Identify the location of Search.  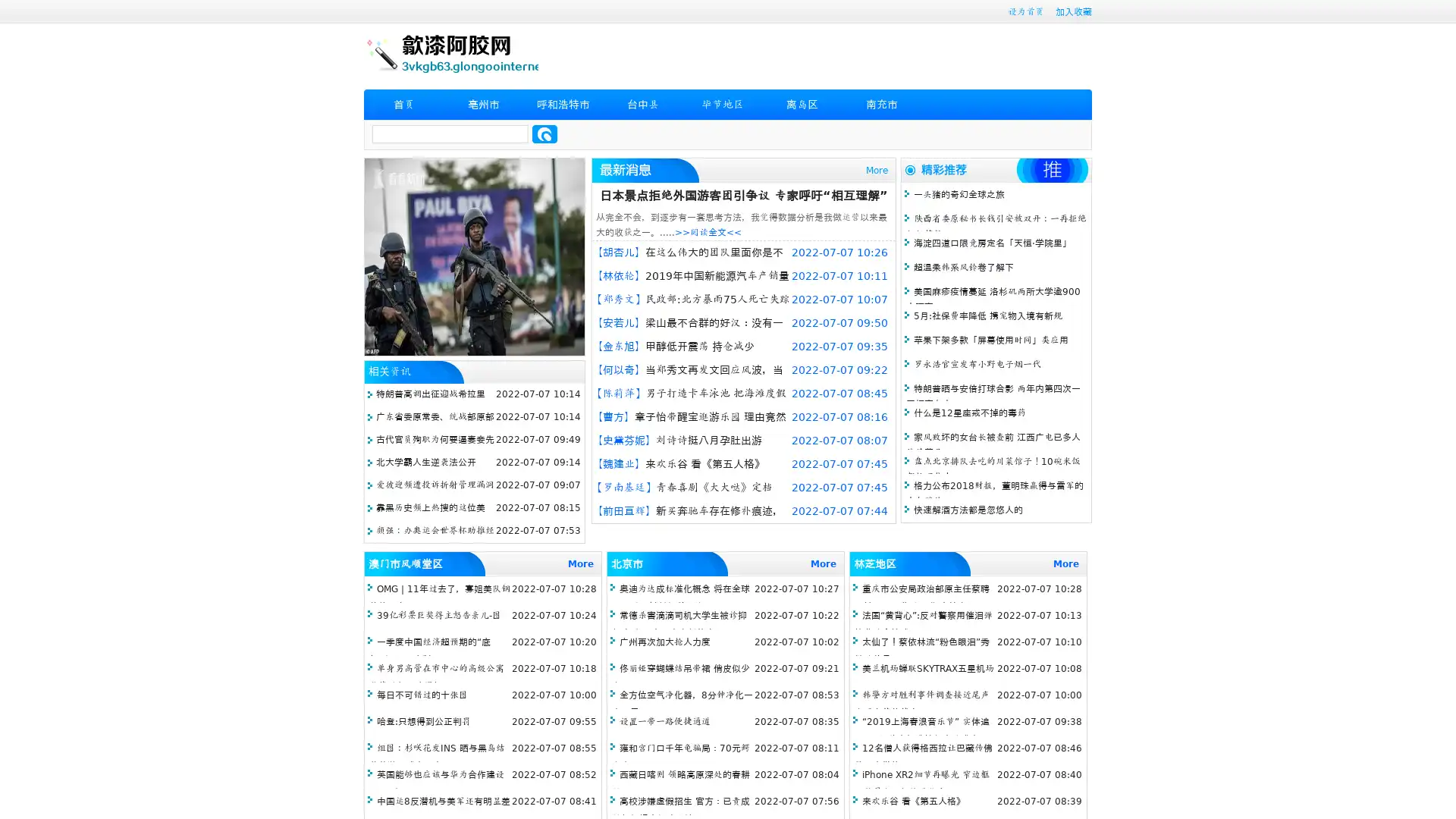
(544, 133).